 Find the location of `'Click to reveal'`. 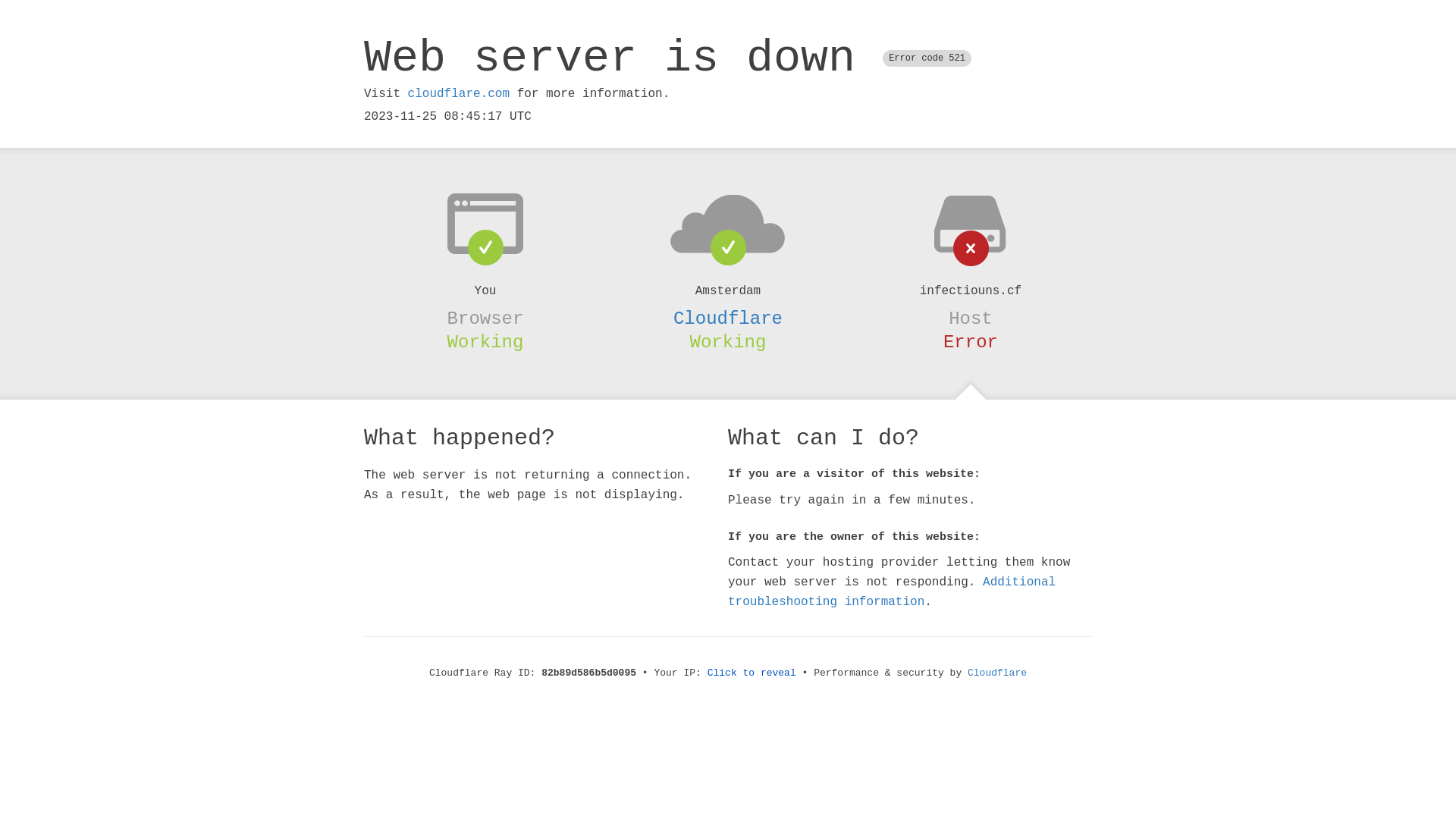

'Click to reveal' is located at coordinates (752, 672).